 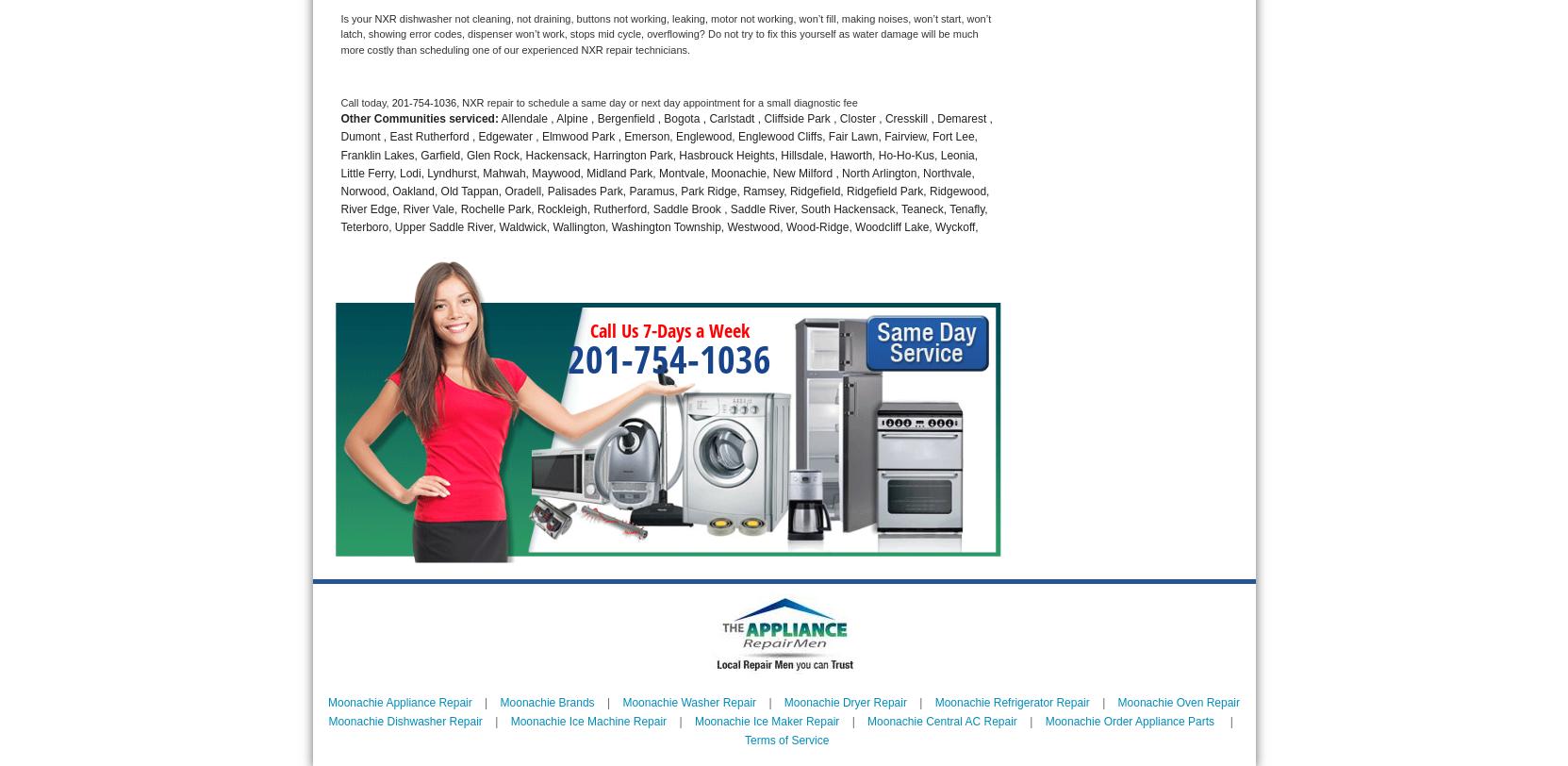 I want to click on 'Moonachie Ice Maker Repair', so click(x=766, y=721).